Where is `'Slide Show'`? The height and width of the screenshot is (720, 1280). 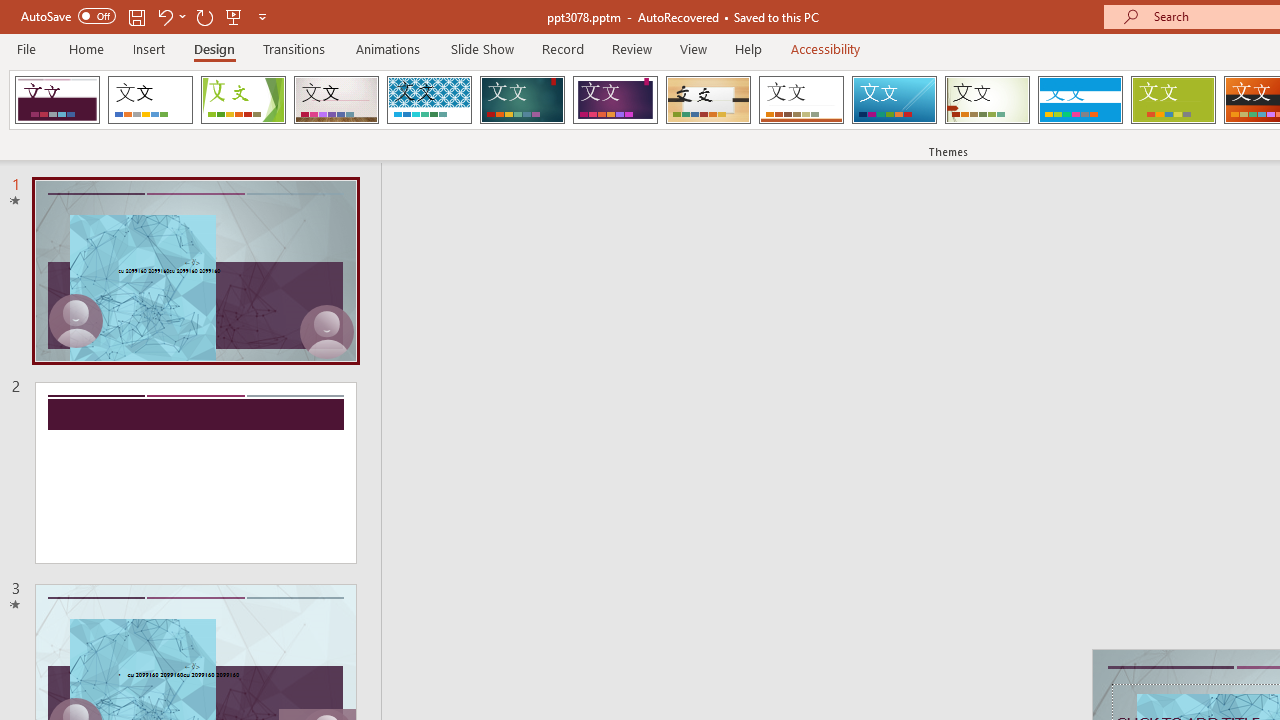 'Slide Show' is located at coordinates (481, 48).